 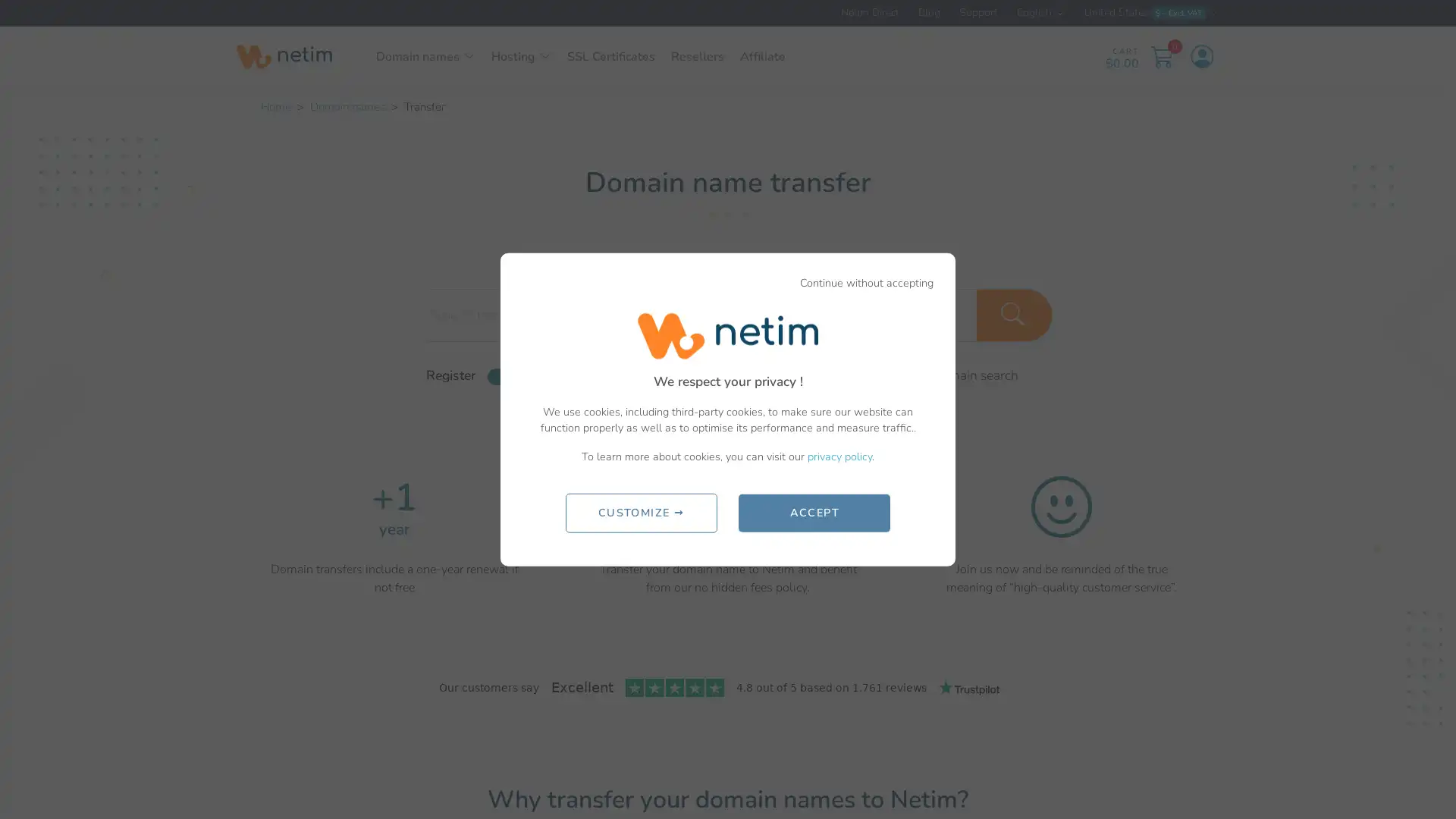 I want to click on CUSTOMIZE, so click(x=640, y=512).